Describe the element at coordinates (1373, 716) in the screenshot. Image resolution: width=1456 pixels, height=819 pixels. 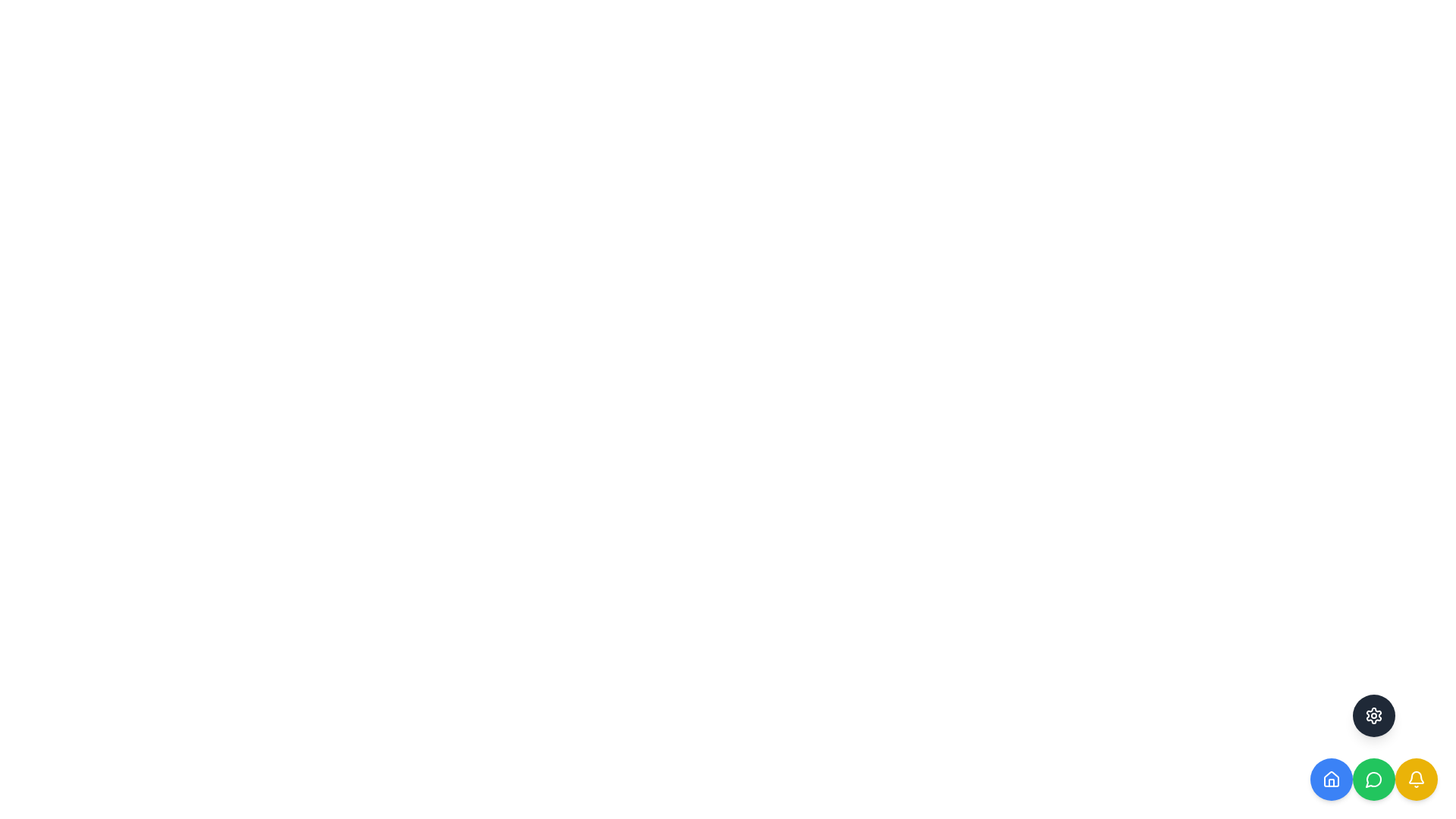
I see `the circular button with a dark gray background and white gear icon located in the lower-right corner of the interface` at that location.